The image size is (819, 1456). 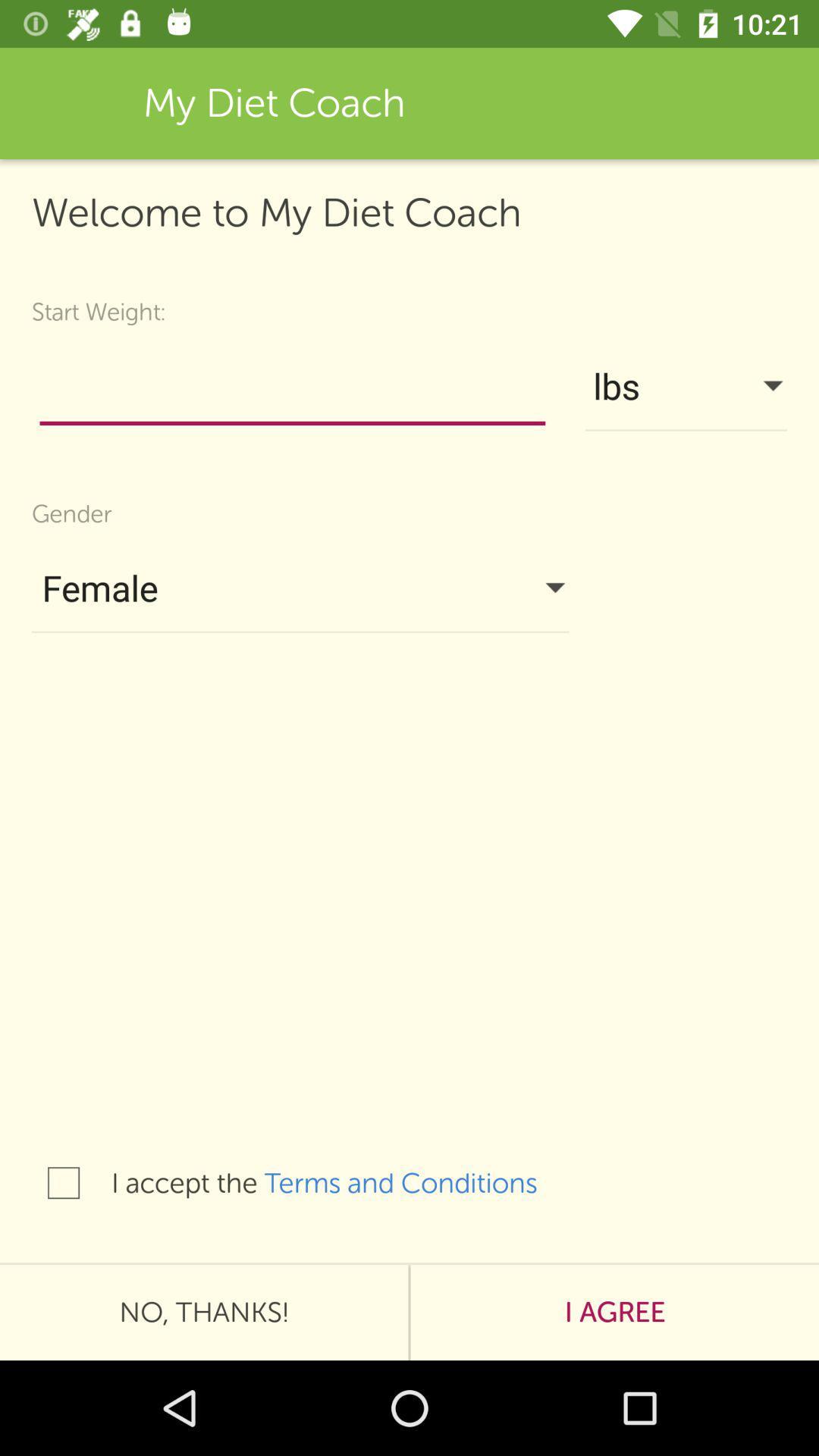 I want to click on icon below start weight:, so click(x=292, y=390).